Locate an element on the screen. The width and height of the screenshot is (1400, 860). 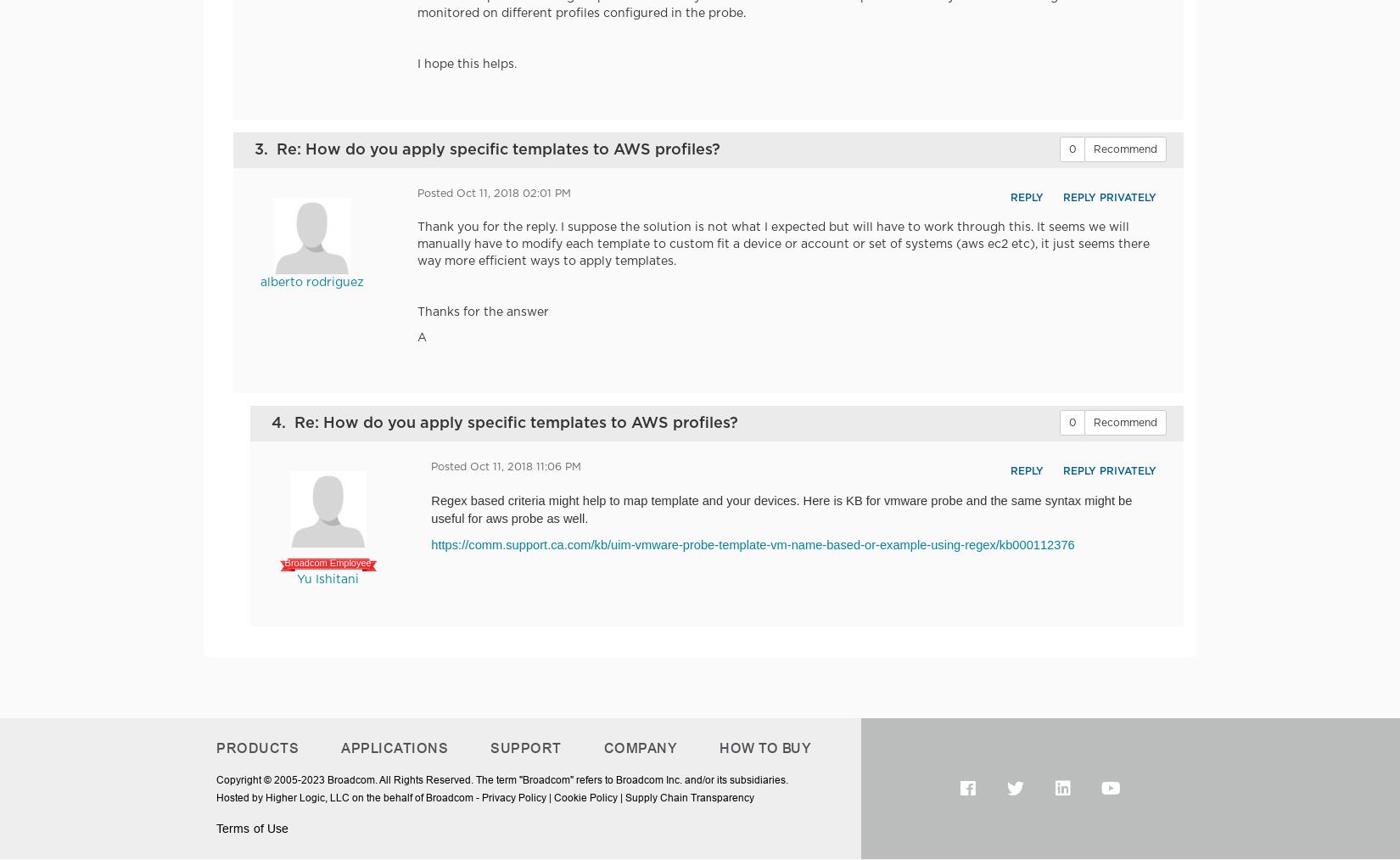
'Company' is located at coordinates (639, 747).